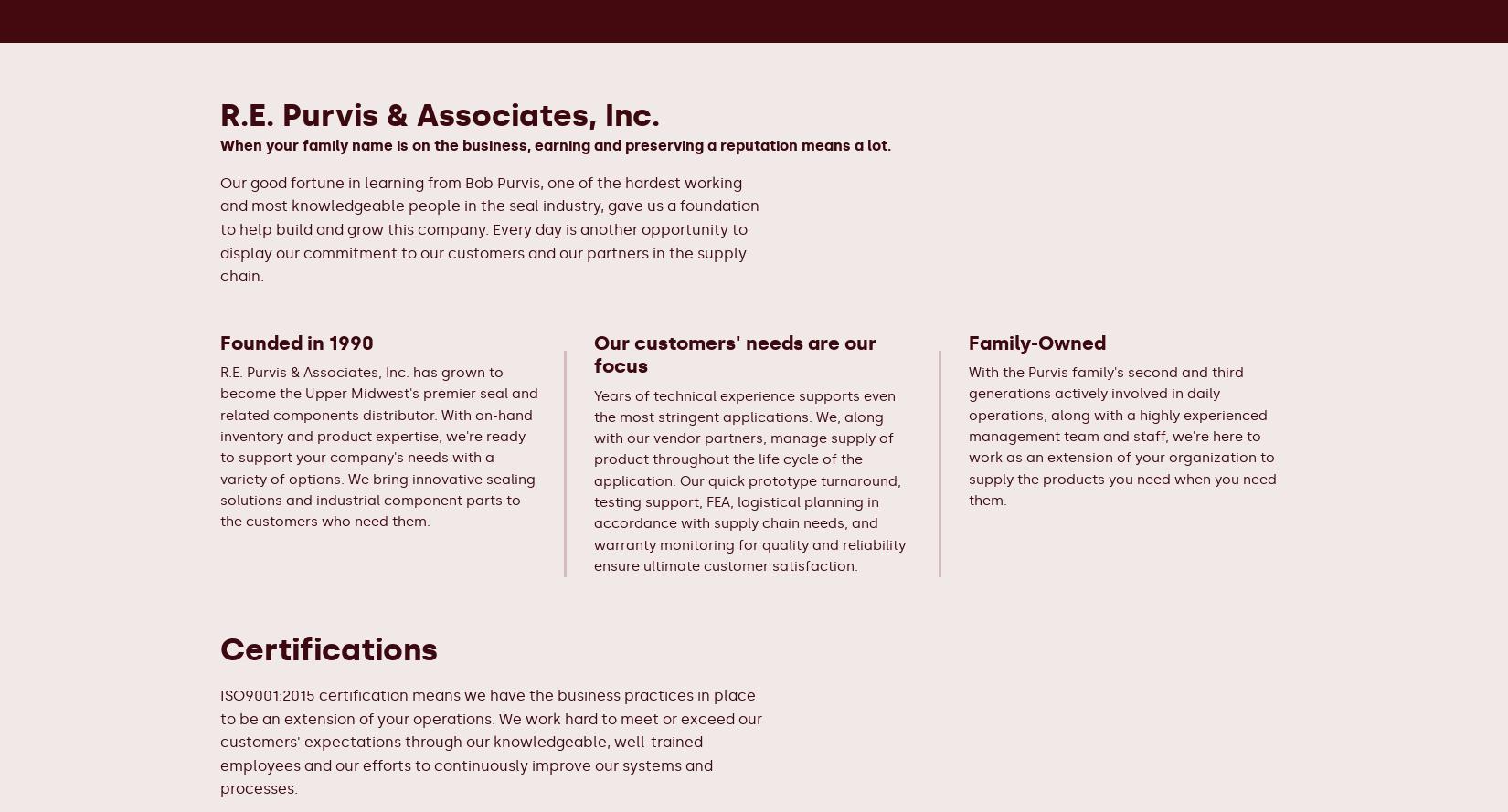  I want to click on 'When your family name is on the business, earning and preserving a reputation means a lot.', so click(555, 144).